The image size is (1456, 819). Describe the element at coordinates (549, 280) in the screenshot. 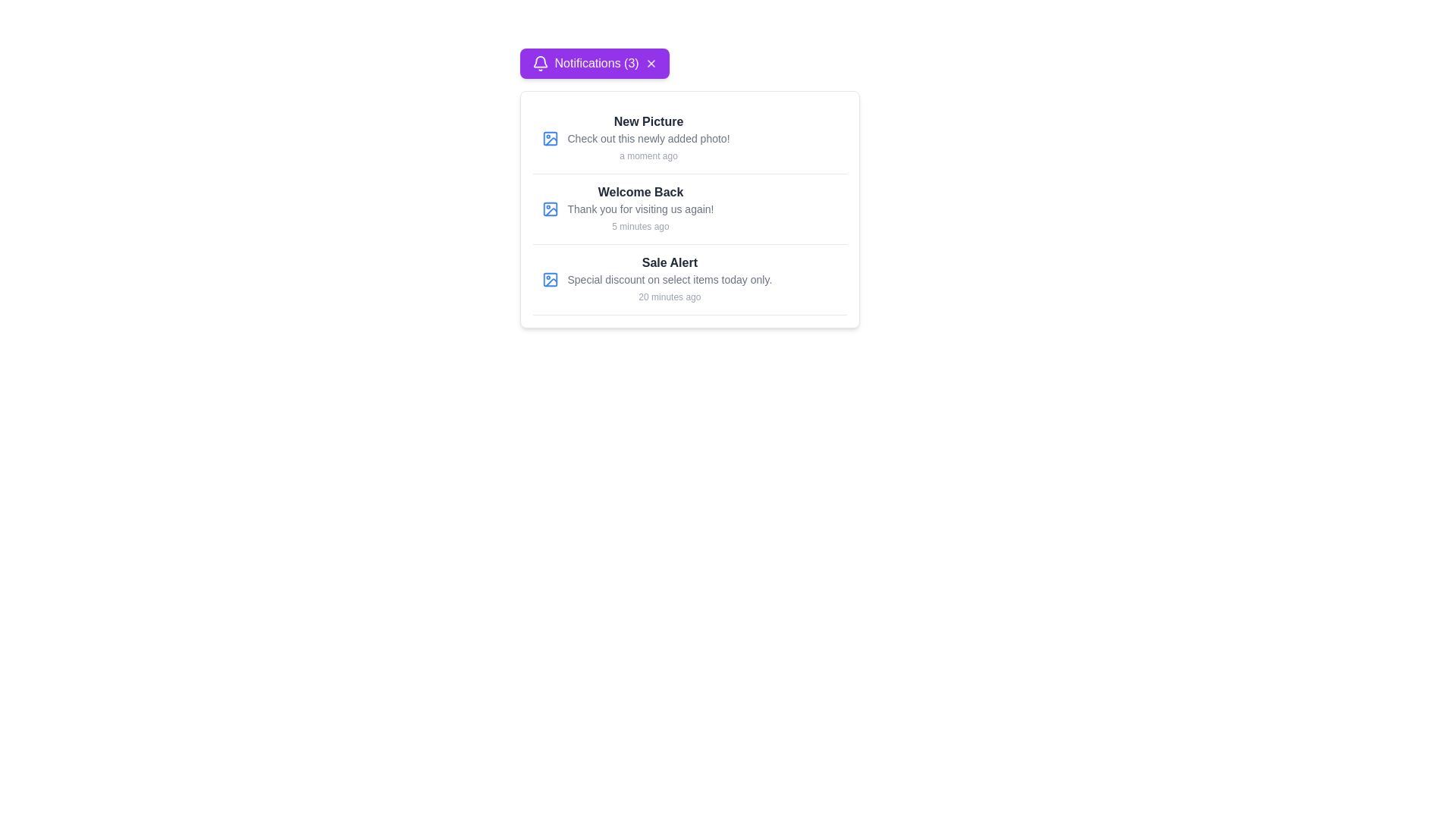

I see `the icon resembling a picture frame with a circle in the top-left corner and a slanted line across it, located in the third notification card to the left of the 'Sale Alert' text` at that location.